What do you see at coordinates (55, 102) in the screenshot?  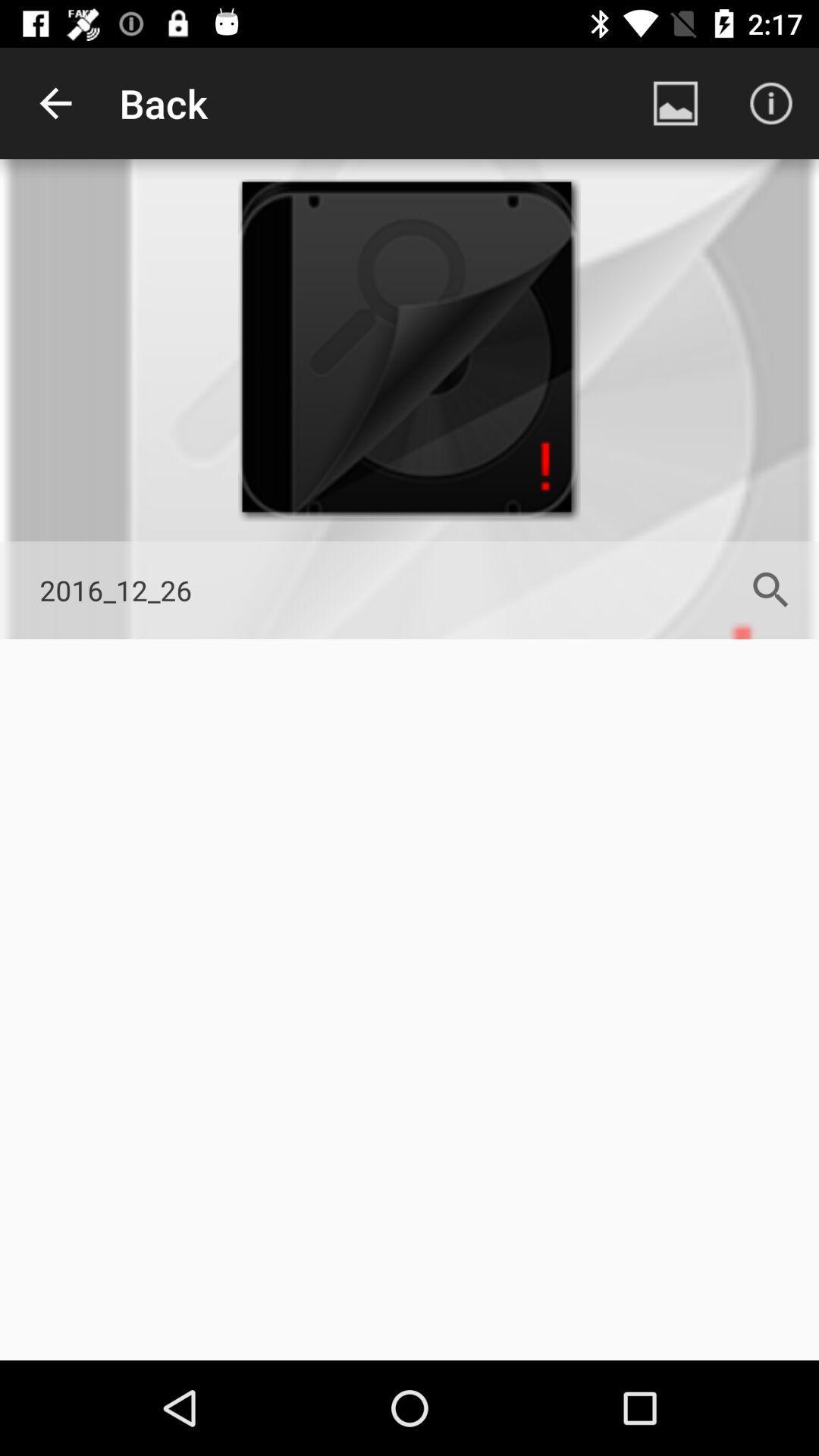 I see `the app next to the back icon` at bounding box center [55, 102].